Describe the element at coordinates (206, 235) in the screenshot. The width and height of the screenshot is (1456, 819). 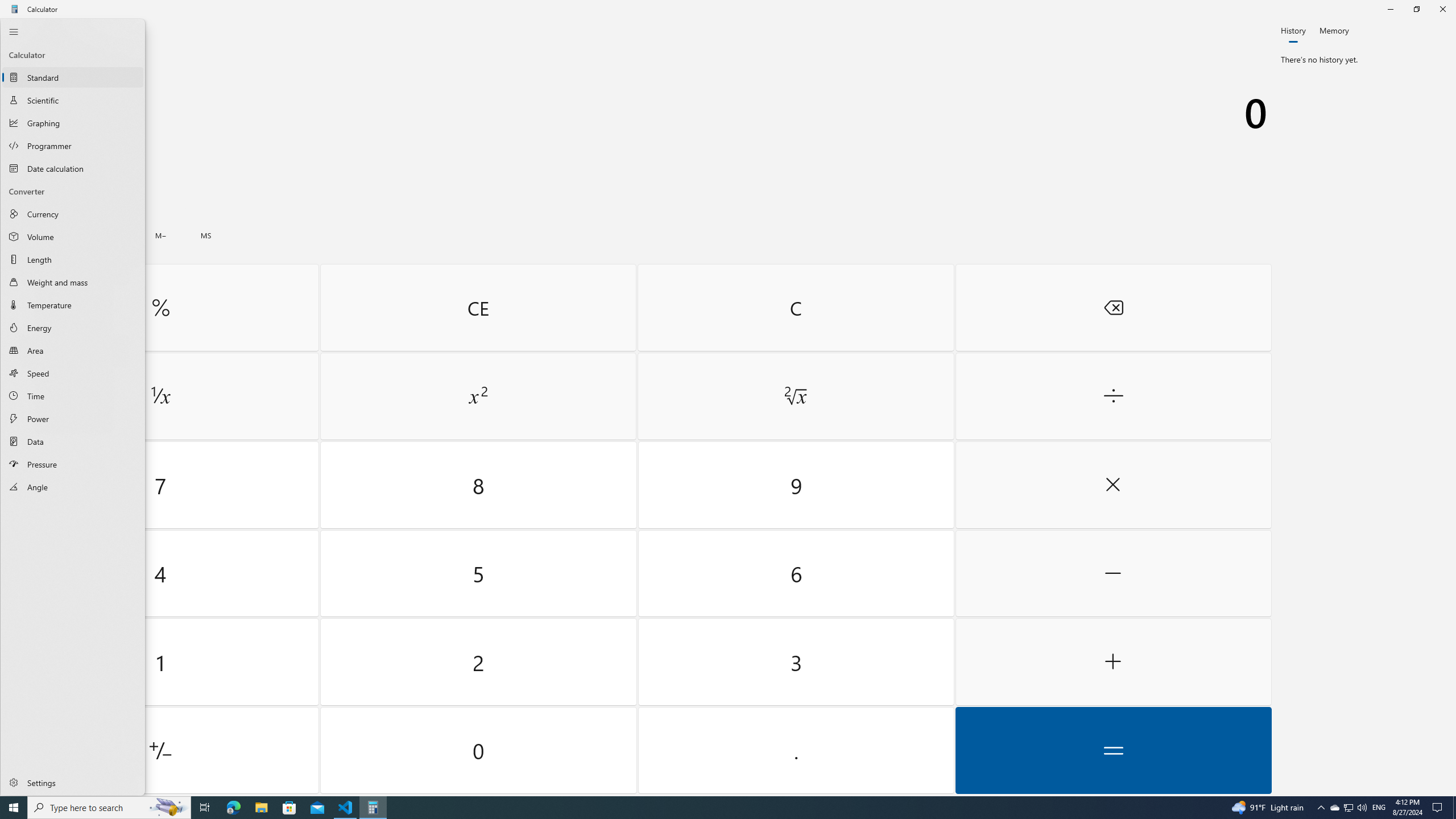
I see `'Memory store'` at that location.